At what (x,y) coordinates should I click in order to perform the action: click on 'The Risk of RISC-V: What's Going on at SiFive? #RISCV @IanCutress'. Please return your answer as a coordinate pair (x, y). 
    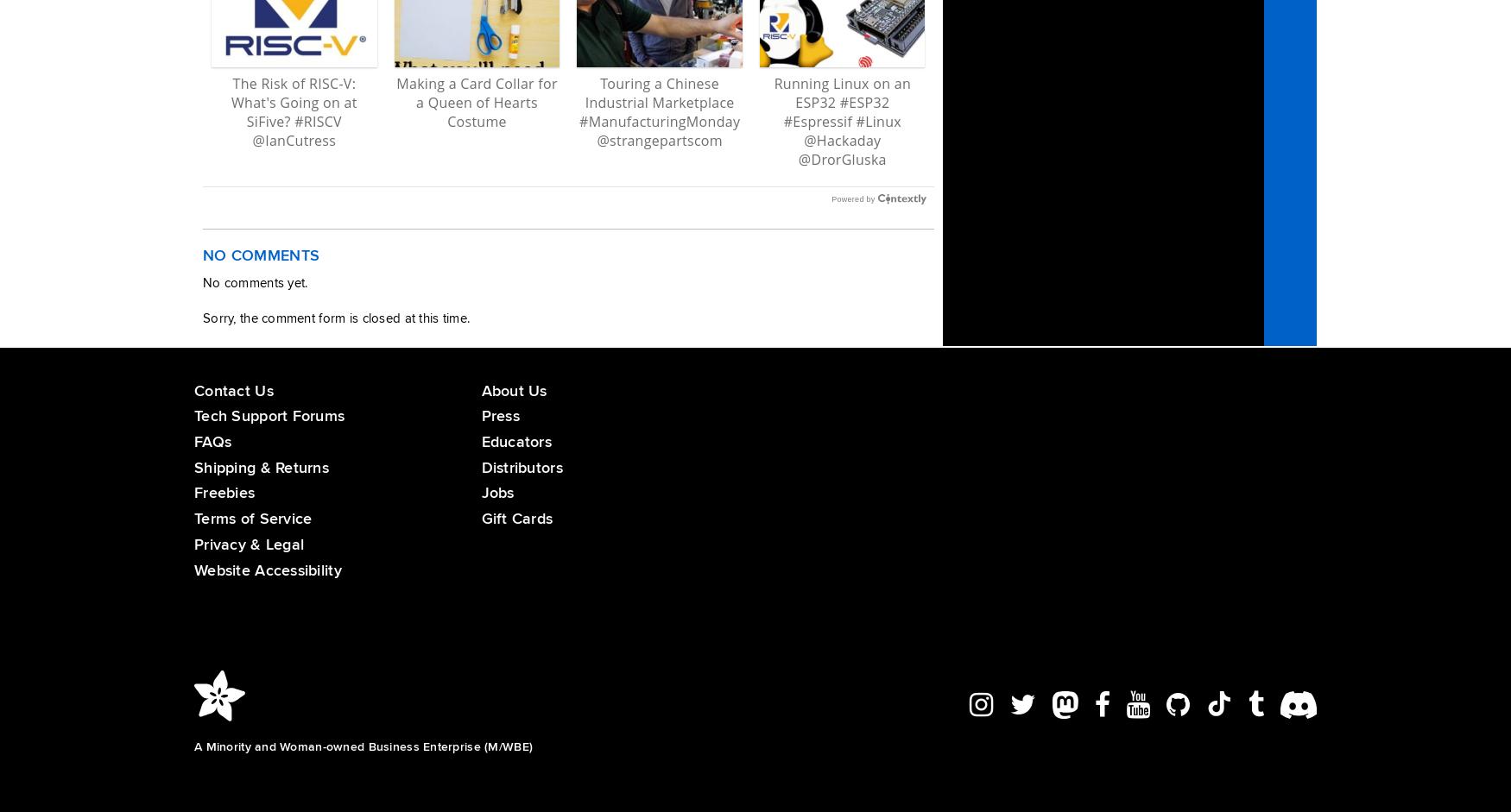
    Looking at the image, I should click on (294, 111).